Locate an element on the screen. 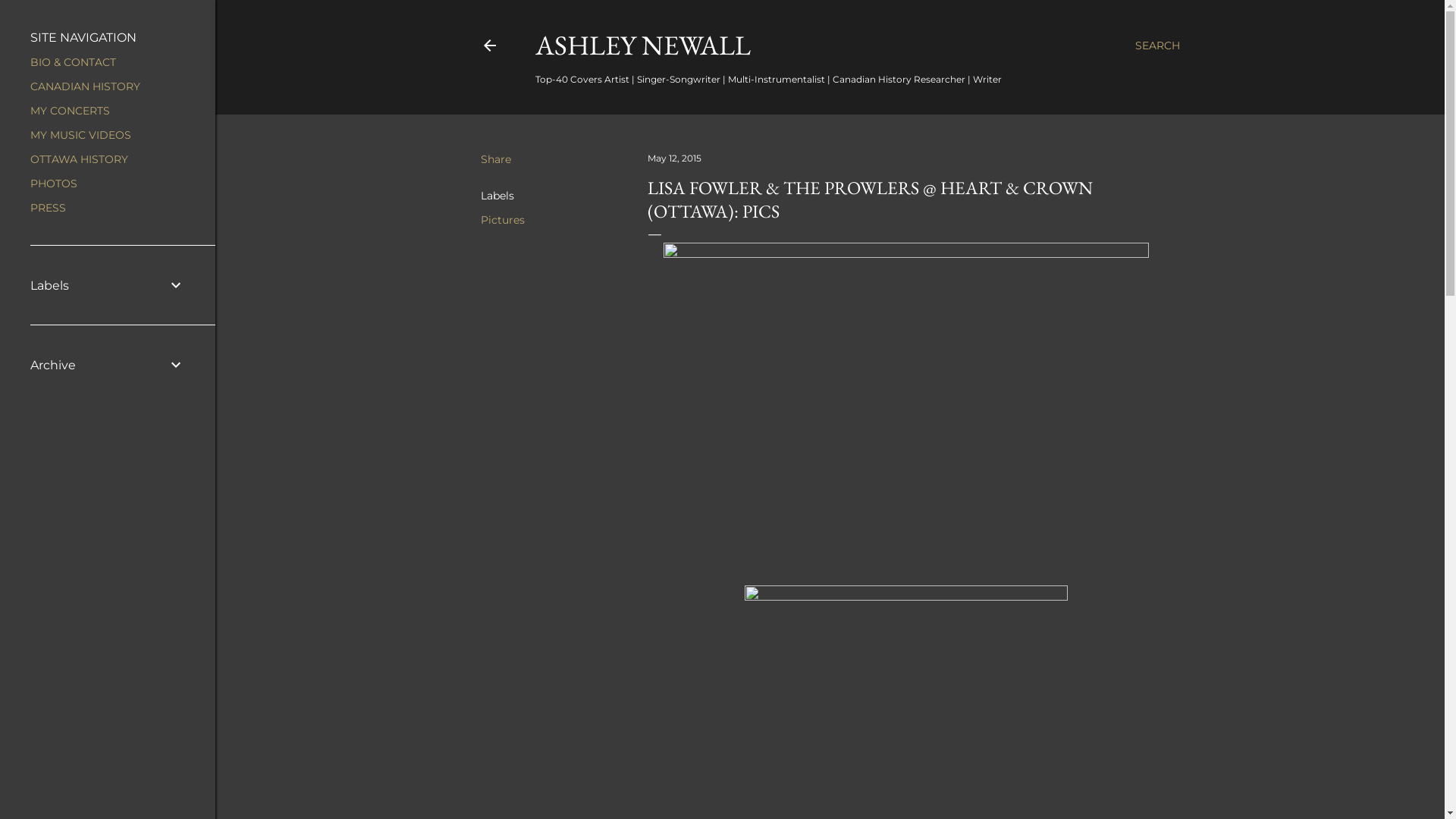 This screenshot has width=1456, height=819. 'Share' is located at coordinates (479, 158).